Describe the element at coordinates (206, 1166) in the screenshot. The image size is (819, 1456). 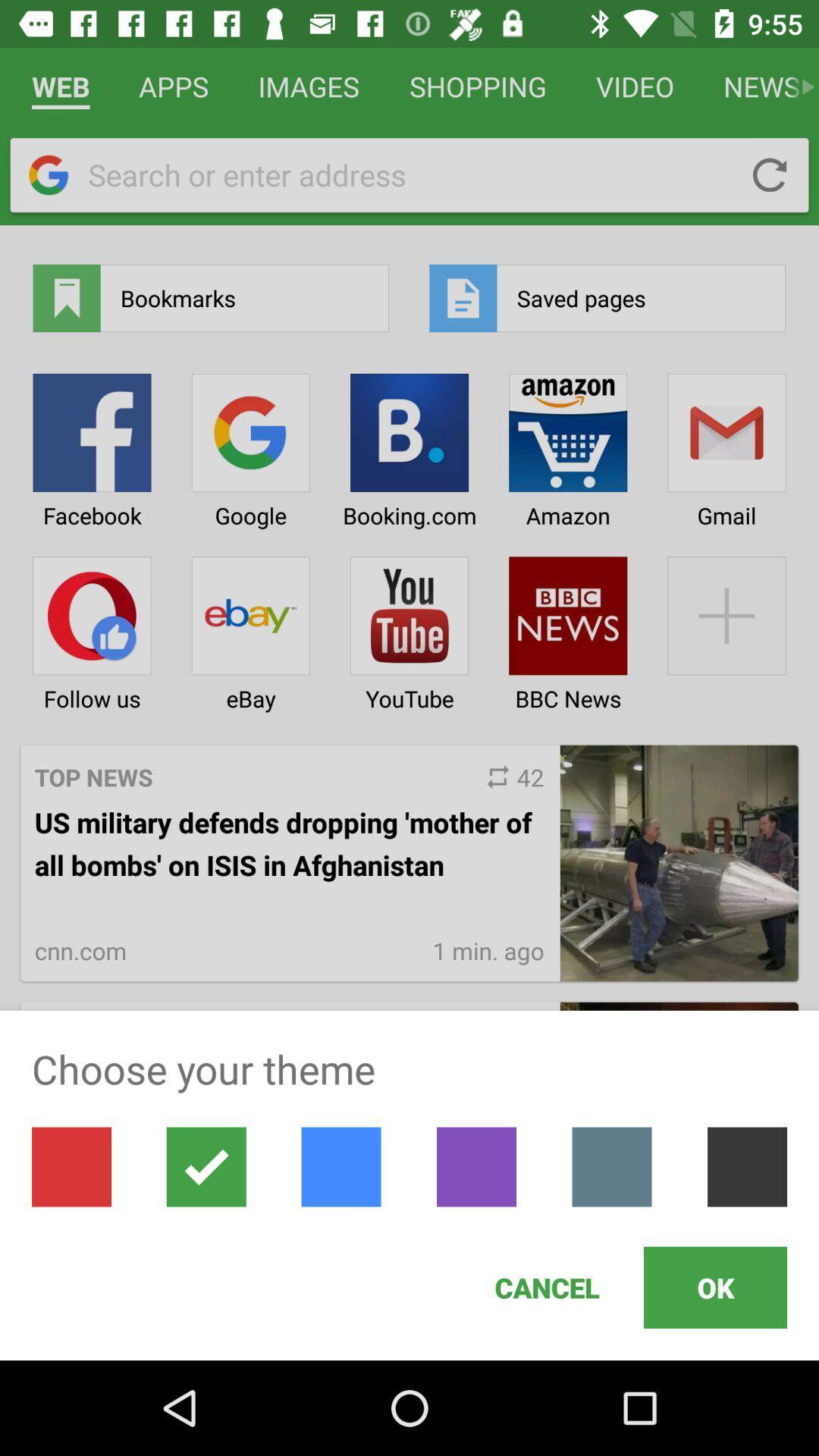
I see `the check icon` at that location.